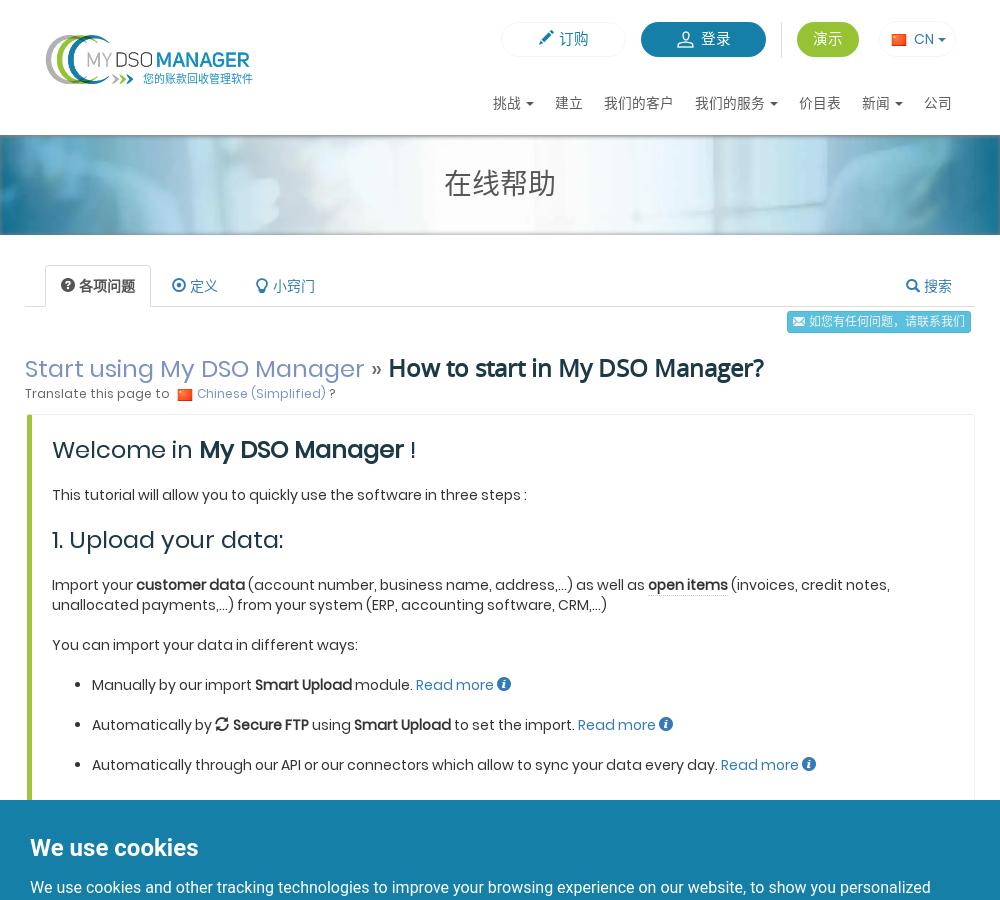 The height and width of the screenshot is (900, 1000). What do you see at coordinates (289, 494) in the screenshot?
I see `'This tutorial will allow you to quickly use the software in three steps :'` at bounding box center [289, 494].